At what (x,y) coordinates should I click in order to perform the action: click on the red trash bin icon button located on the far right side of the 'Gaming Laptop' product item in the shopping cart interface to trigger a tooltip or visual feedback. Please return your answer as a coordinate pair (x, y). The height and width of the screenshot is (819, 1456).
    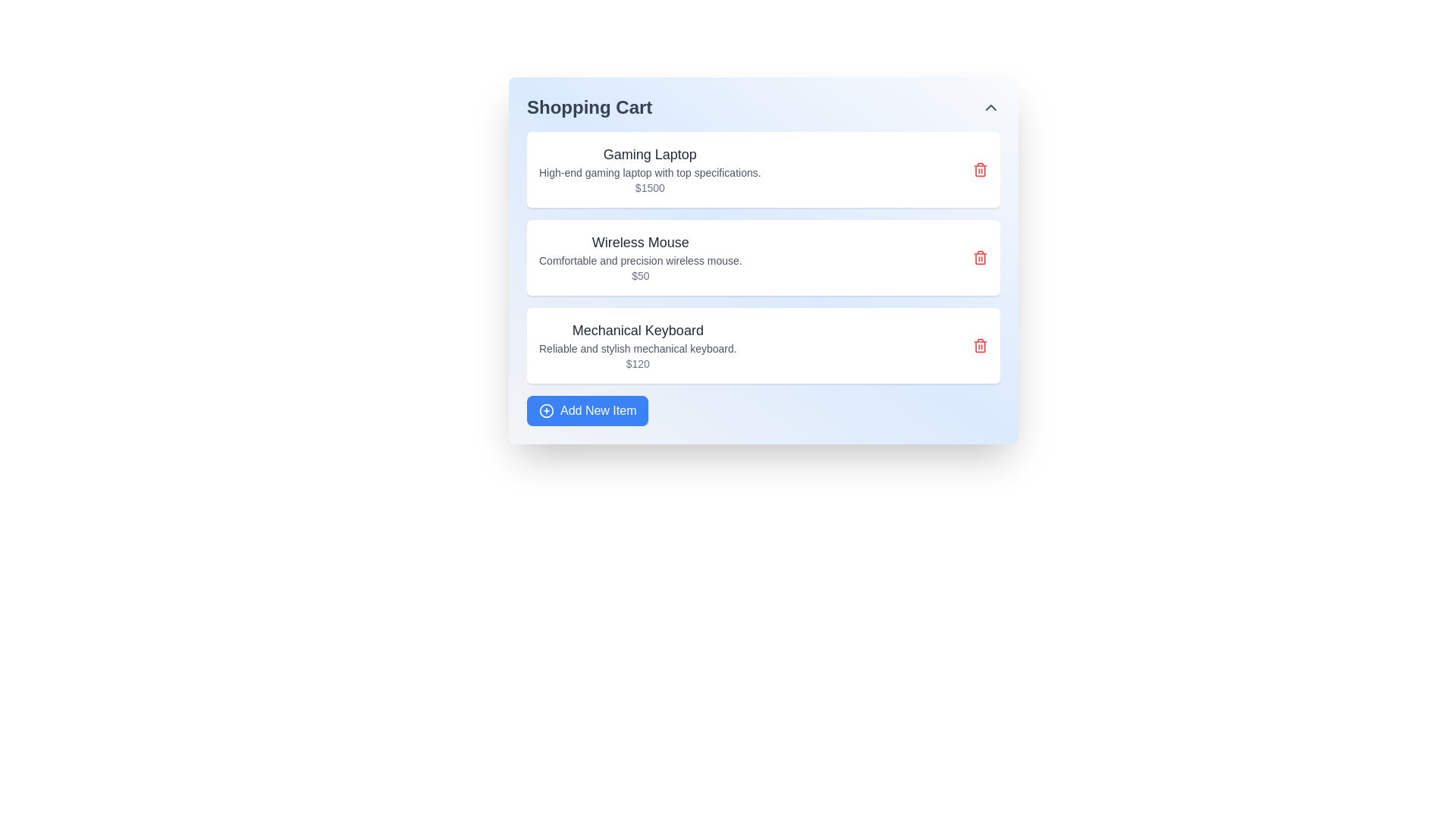
    Looking at the image, I should click on (980, 169).